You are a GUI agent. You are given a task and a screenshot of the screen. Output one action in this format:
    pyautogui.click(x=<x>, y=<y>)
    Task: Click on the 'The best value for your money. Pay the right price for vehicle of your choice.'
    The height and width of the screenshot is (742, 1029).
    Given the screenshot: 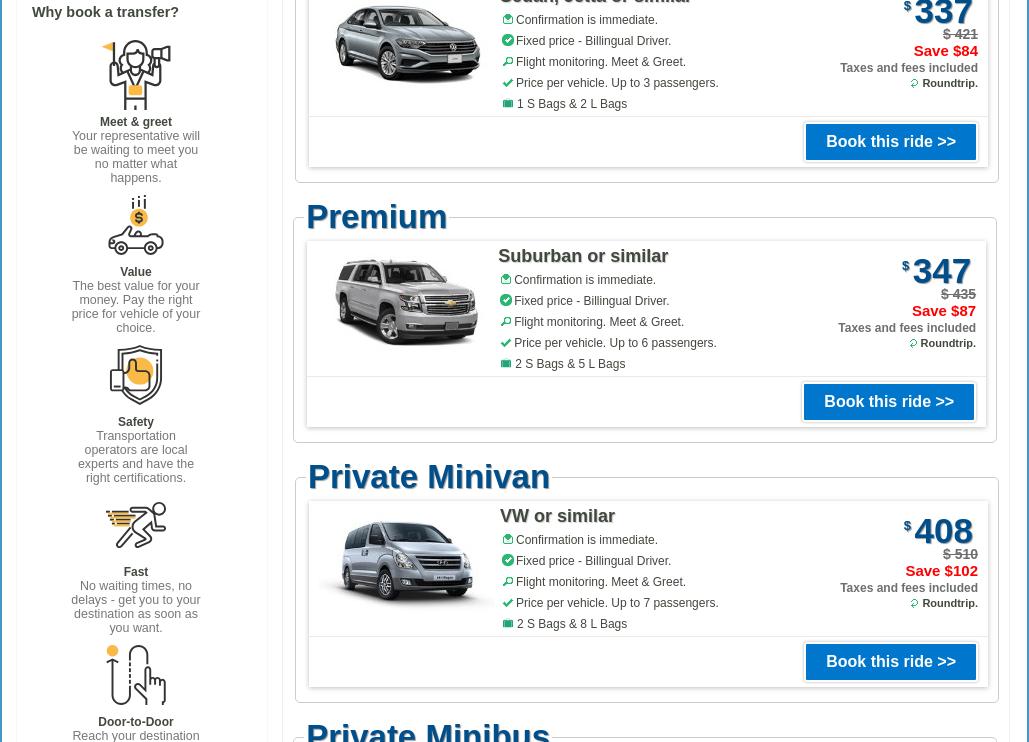 What is the action you would take?
    pyautogui.click(x=134, y=306)
    